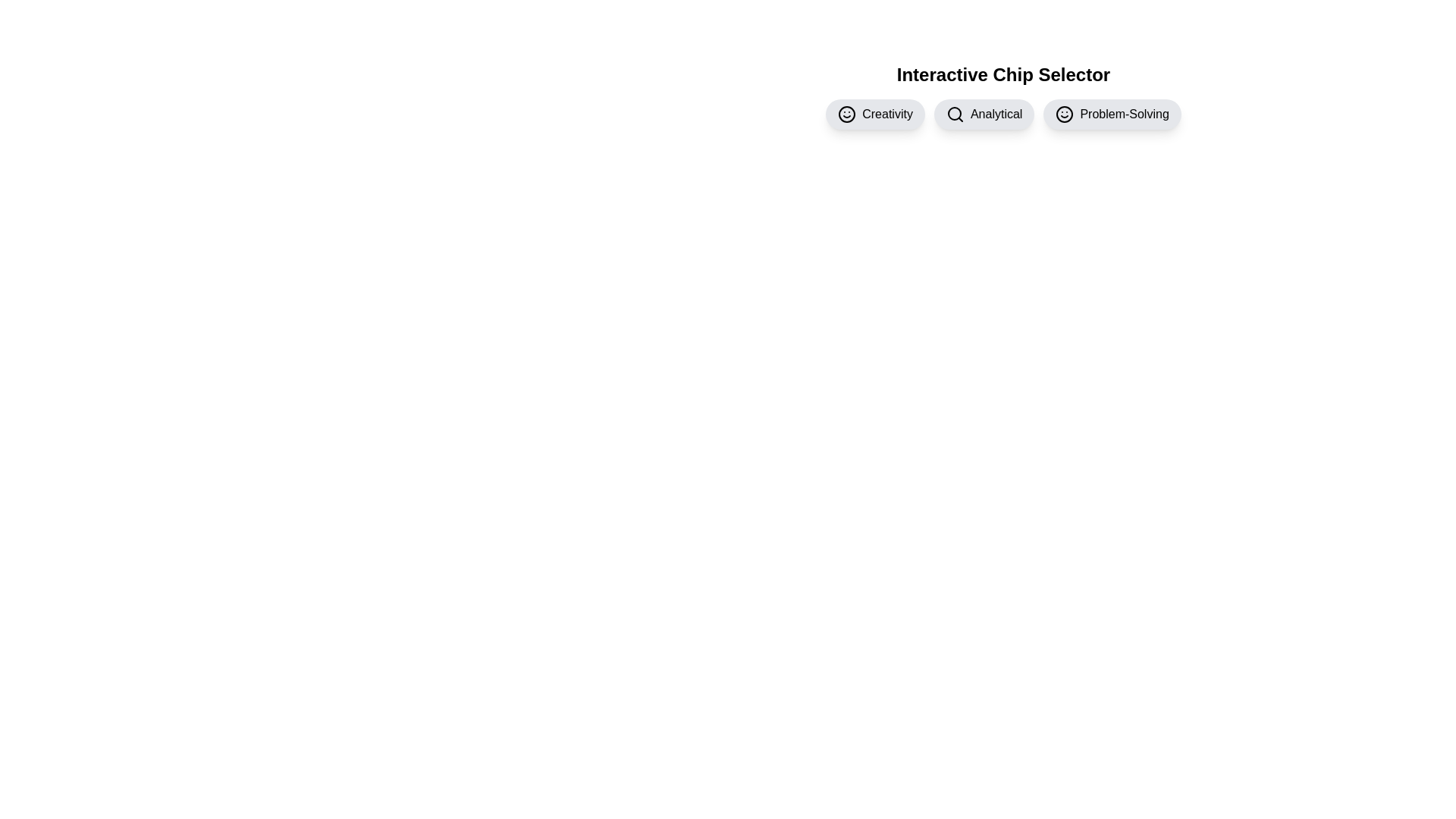 The height and width of the screenshot is (819, 1456). What do you see at coordinates (1112, 113) in the screenshot?
I see `the chip labeled Problem-Solving to observe its hover effects` at bounding box center [1112, 113].